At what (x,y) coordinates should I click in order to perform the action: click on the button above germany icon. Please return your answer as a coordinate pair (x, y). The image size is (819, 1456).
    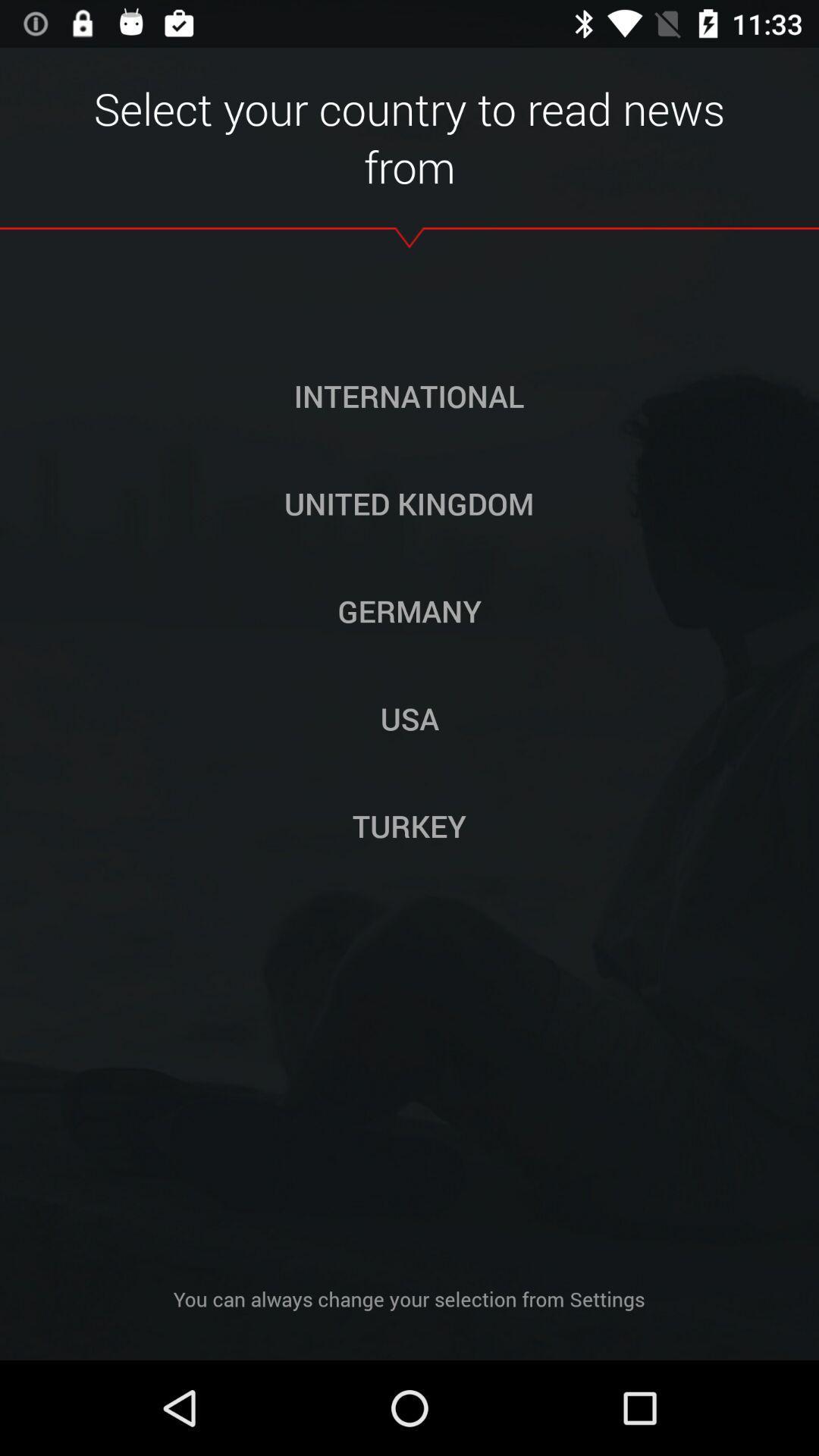
    Looking at the image, I should click on (408, 503).